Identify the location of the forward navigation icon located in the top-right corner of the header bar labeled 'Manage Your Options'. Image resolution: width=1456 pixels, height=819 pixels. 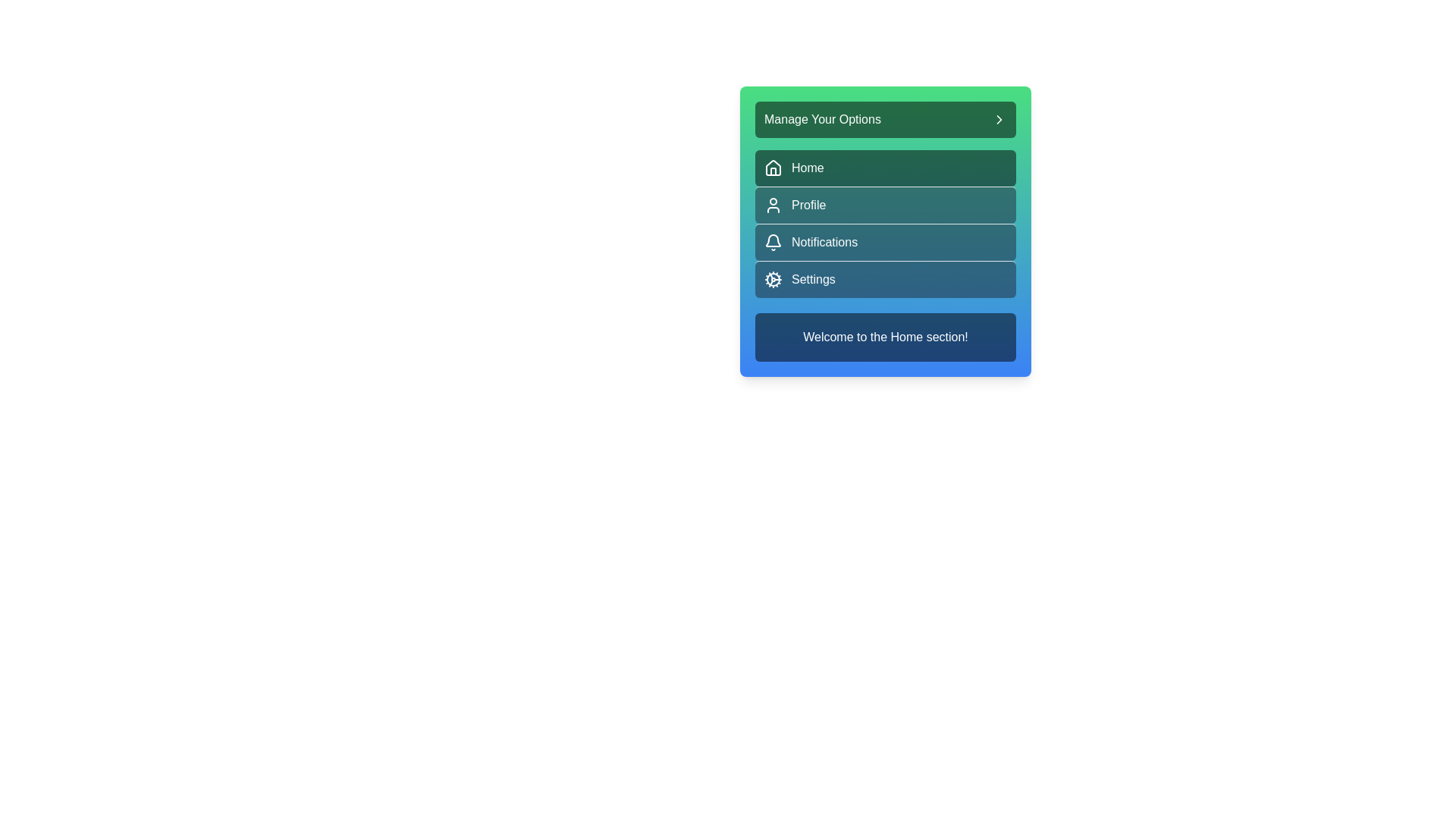
(999, 119).